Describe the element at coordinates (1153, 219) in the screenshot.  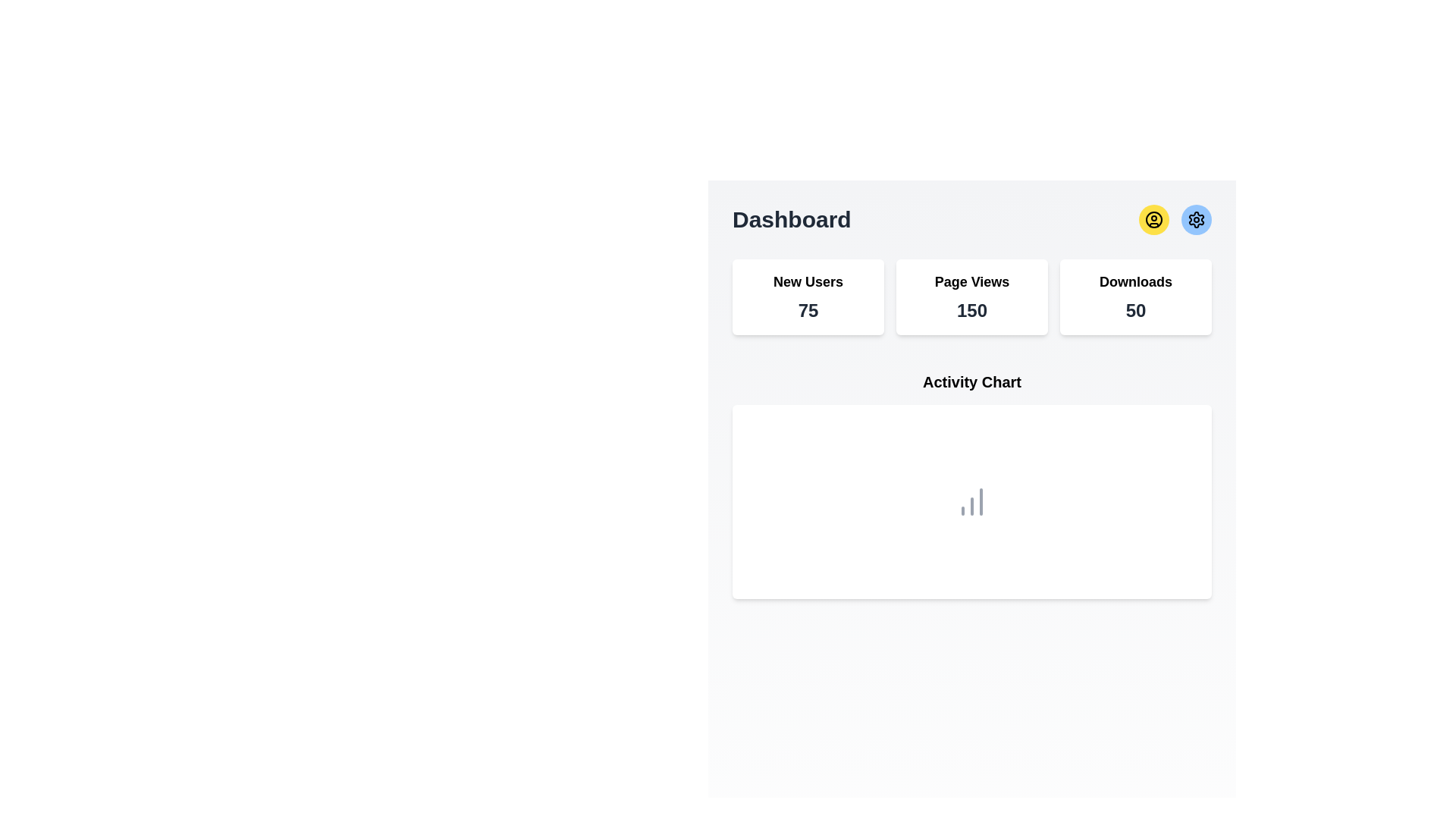
I see `the SVG Circle element that represents part of a user profile or account-related icon located at the top right corner of the interface, adjacent to a settings gear icon` at that location.